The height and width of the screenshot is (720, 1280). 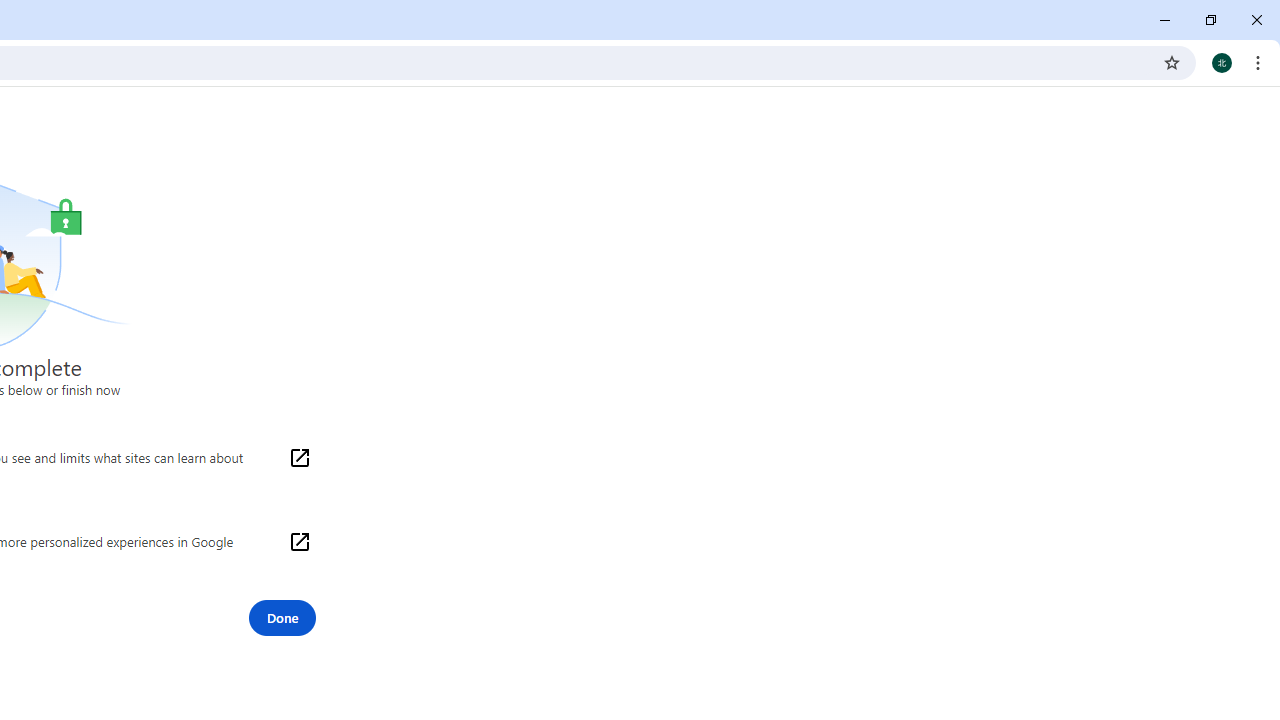 What do you see at coordinates (1171, 61) in the screenshot?
I see `'Bookmark this tab'` at bounding box center [1171, 61].